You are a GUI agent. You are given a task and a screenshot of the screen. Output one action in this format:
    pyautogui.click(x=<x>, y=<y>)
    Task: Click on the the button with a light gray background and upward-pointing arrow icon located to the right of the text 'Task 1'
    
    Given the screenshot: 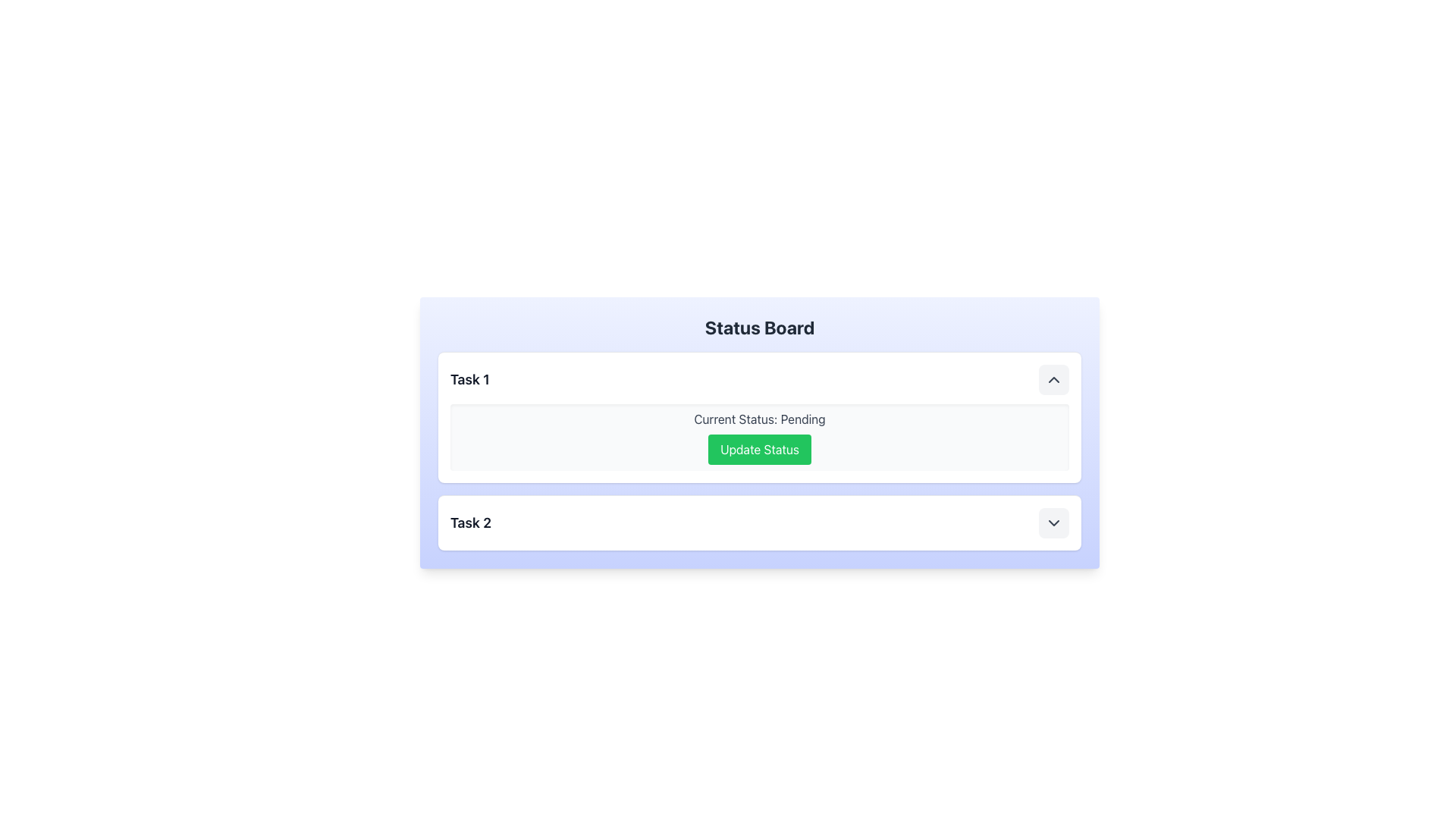 What is the action you would take?
    pyautogui.click(x=1053, y=379)
    